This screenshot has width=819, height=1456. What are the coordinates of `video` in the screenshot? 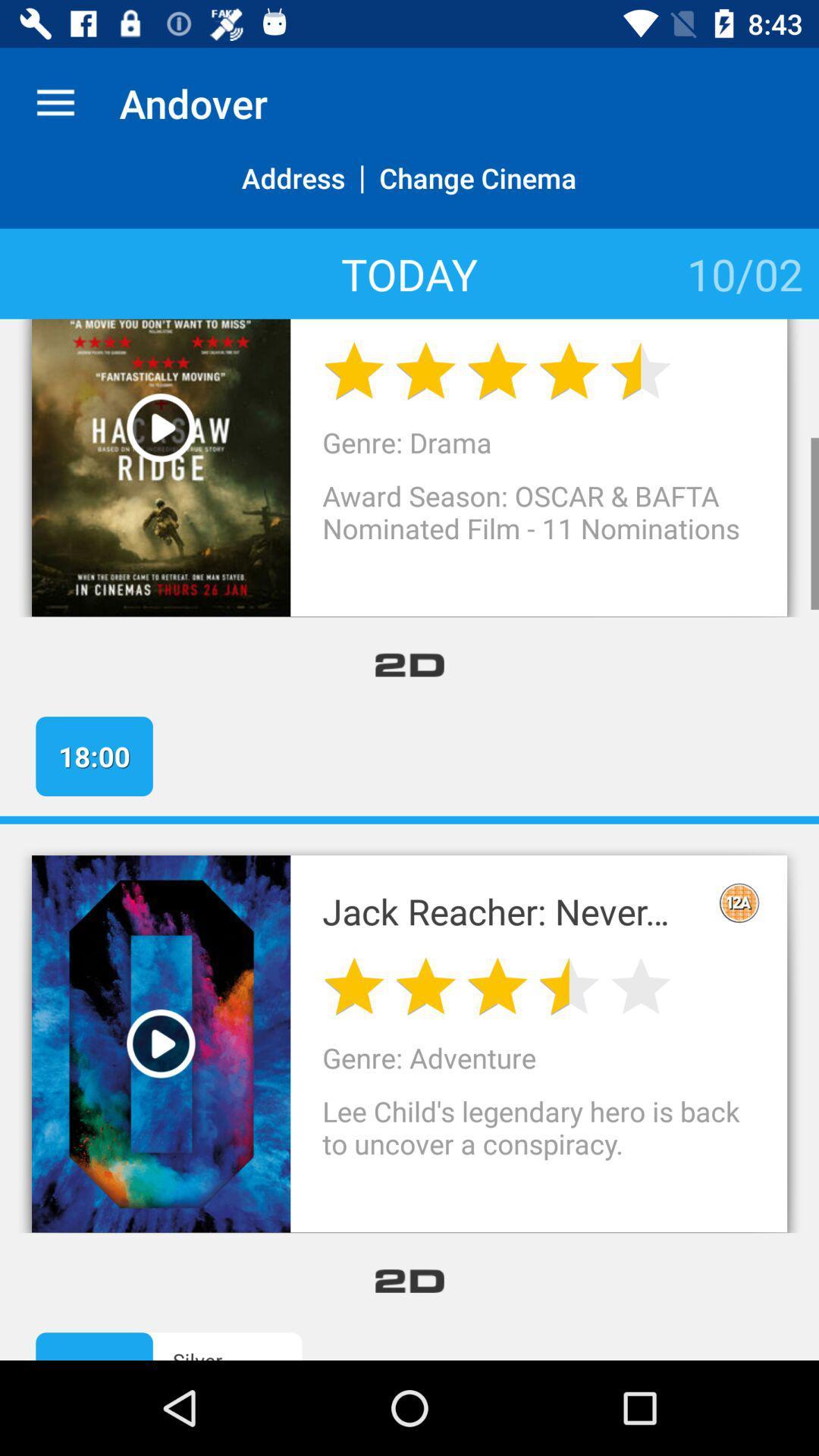 It's located at (161, 1042).